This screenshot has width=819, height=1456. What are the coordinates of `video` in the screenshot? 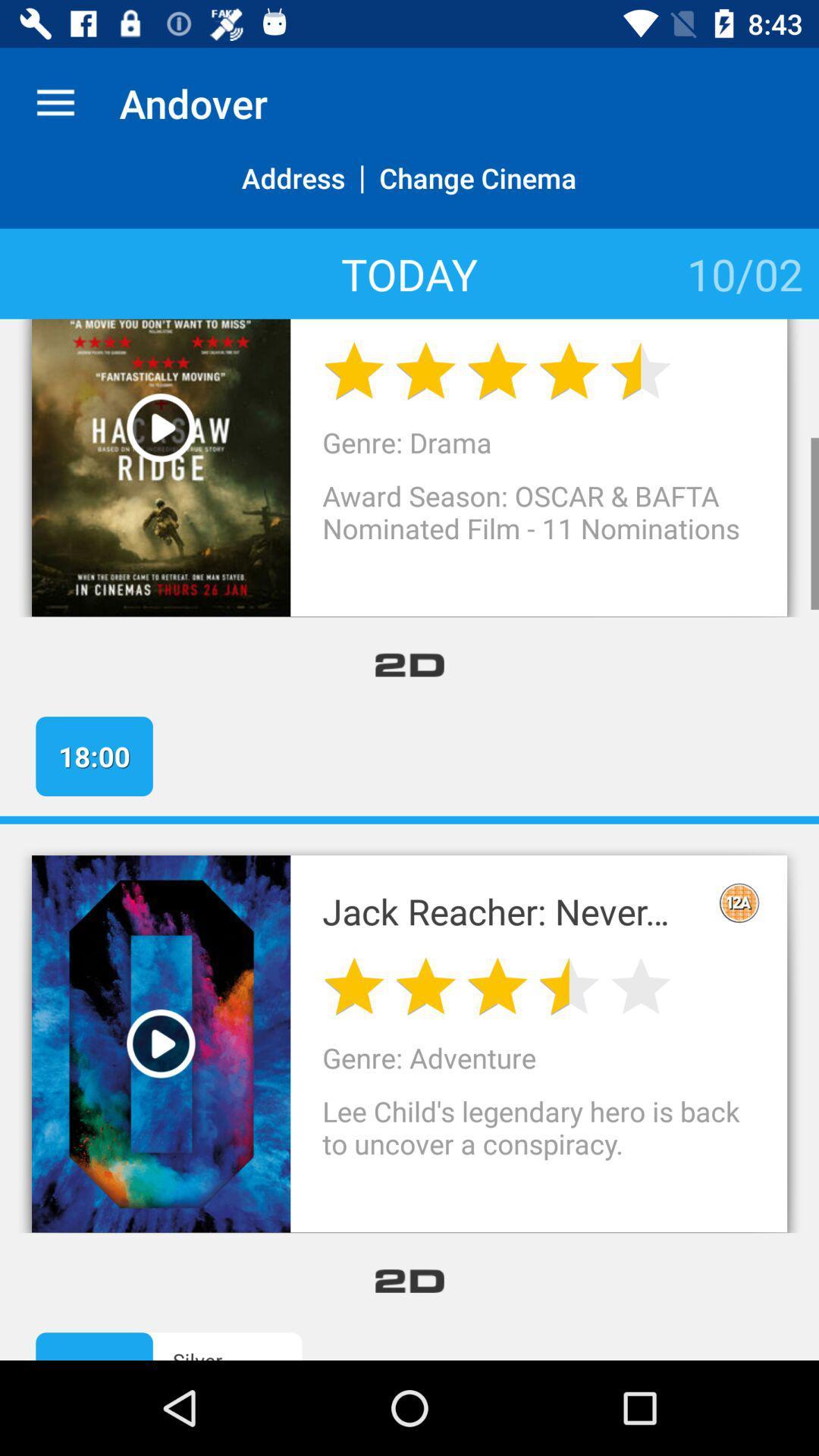 It's located at (161, 1042).